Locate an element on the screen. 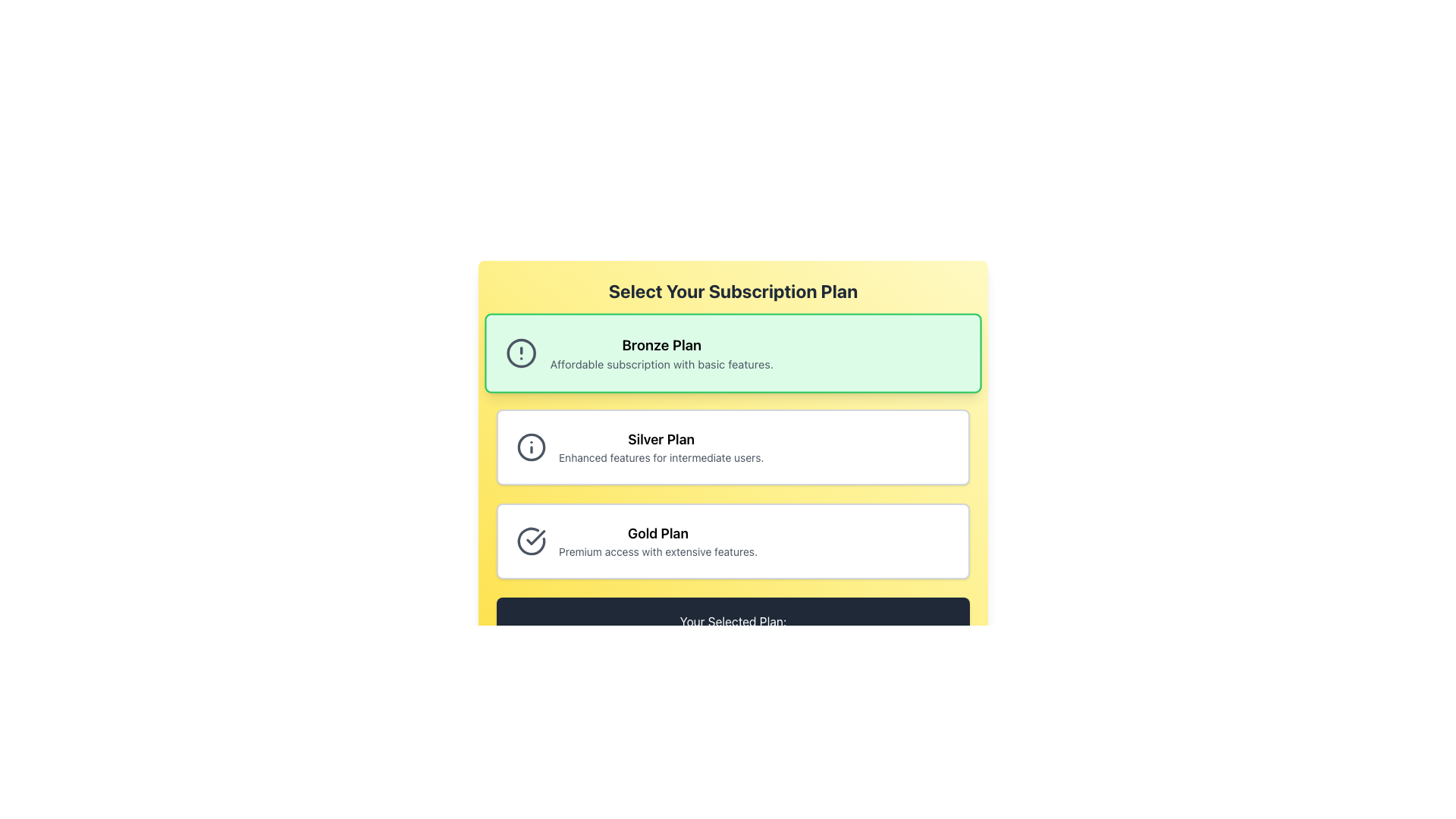  the circular alert icon with an exclamation mark located in the 'Bronze Plan' option card, aligned to the left of the subscription details is located at coordinates (521, 353).